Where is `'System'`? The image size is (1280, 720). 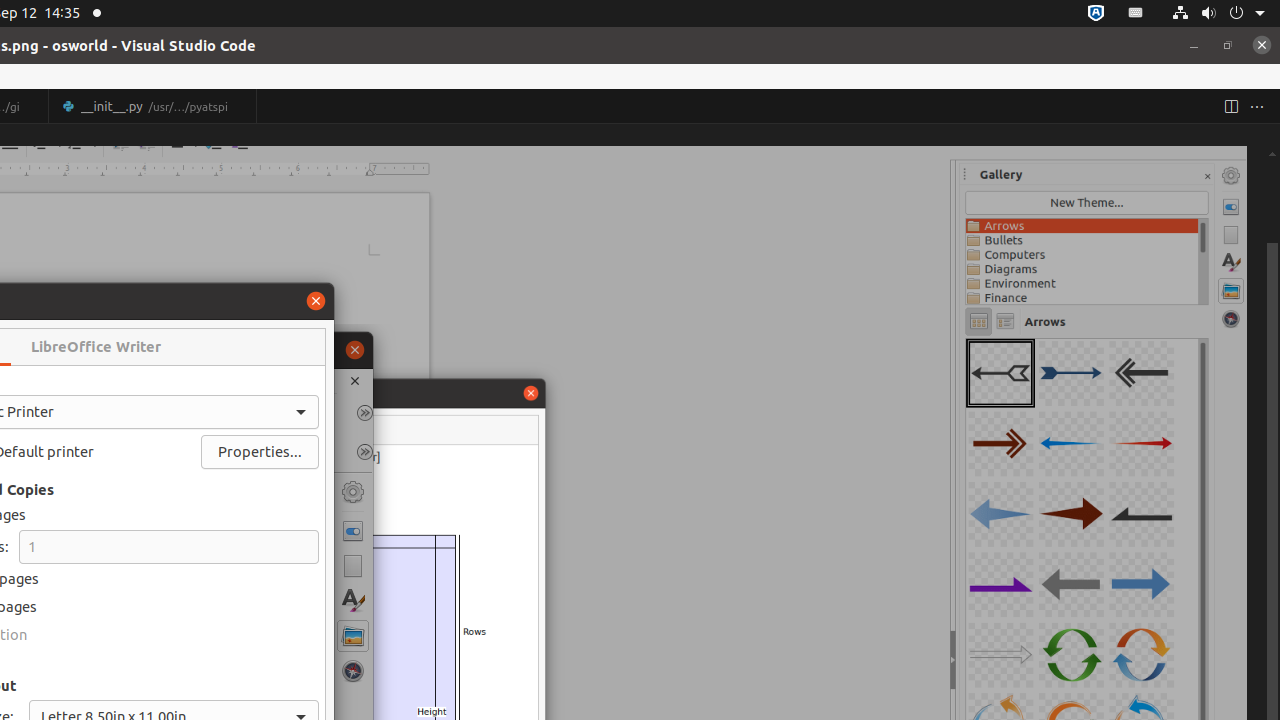 'System' is located at coordinates (1217, 13).